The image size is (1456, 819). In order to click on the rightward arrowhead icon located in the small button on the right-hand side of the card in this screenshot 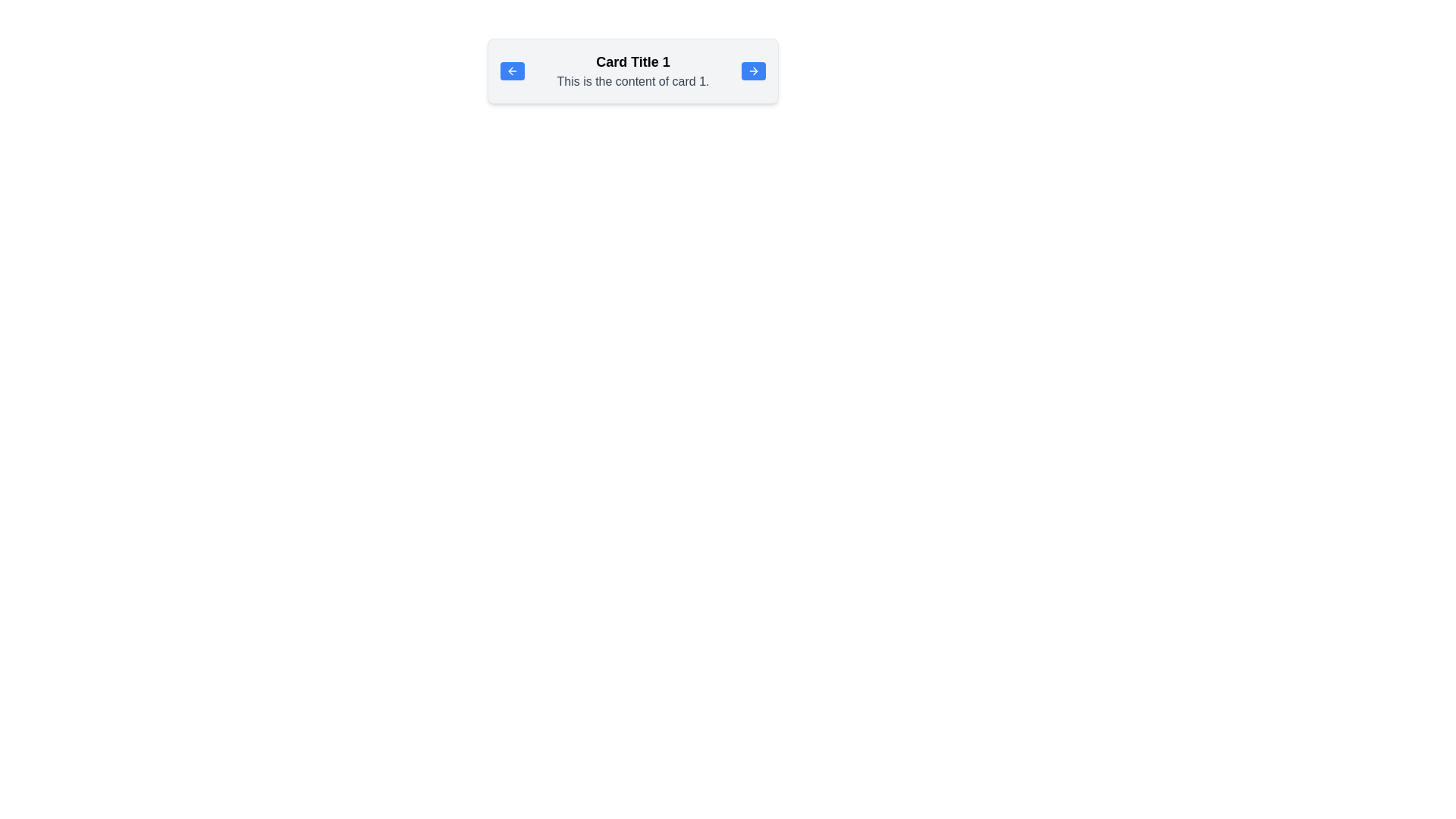, I will do `click(755, 71)`.